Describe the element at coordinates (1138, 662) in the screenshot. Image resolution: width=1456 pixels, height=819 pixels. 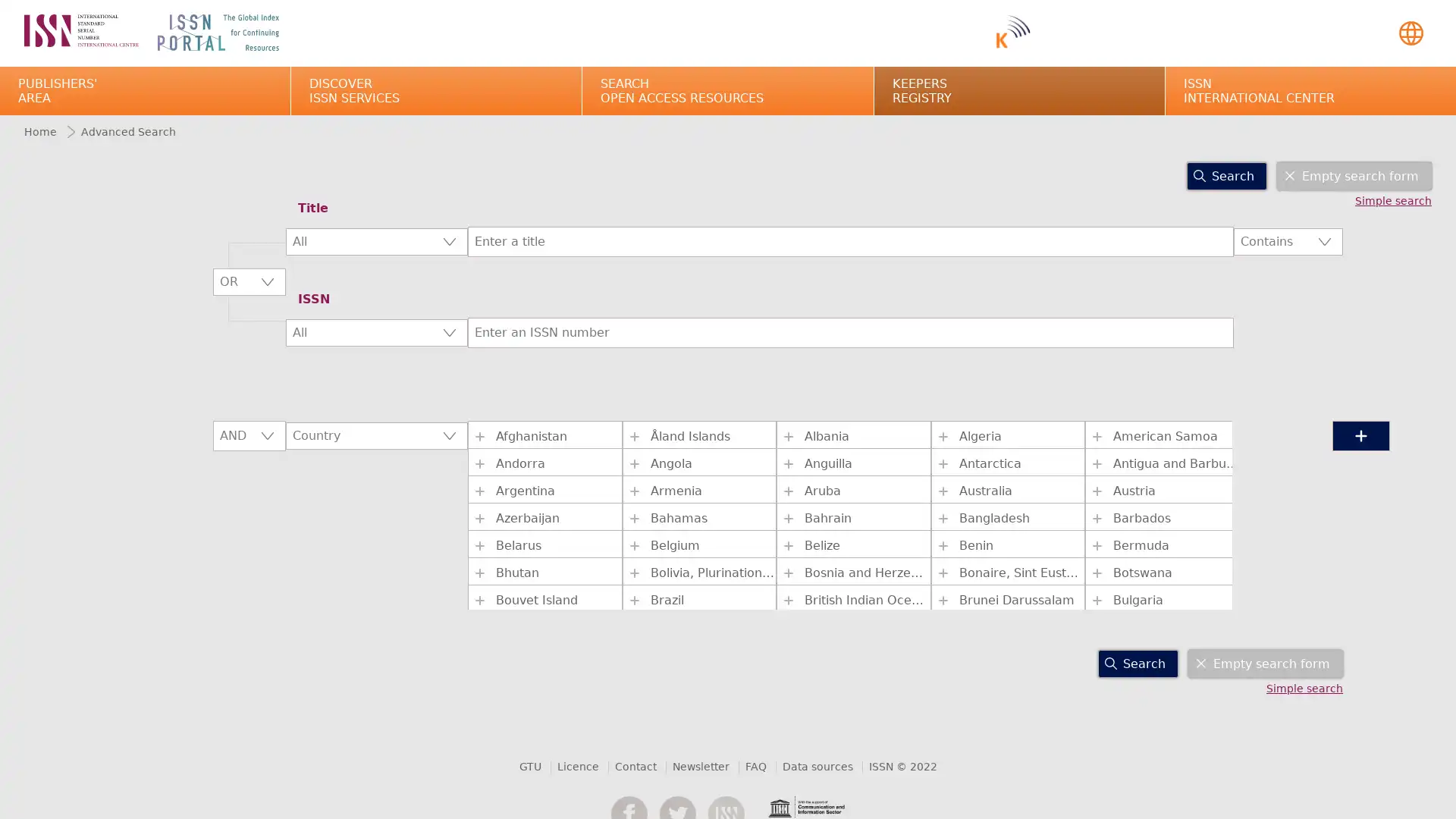
I see `Search` at that location.